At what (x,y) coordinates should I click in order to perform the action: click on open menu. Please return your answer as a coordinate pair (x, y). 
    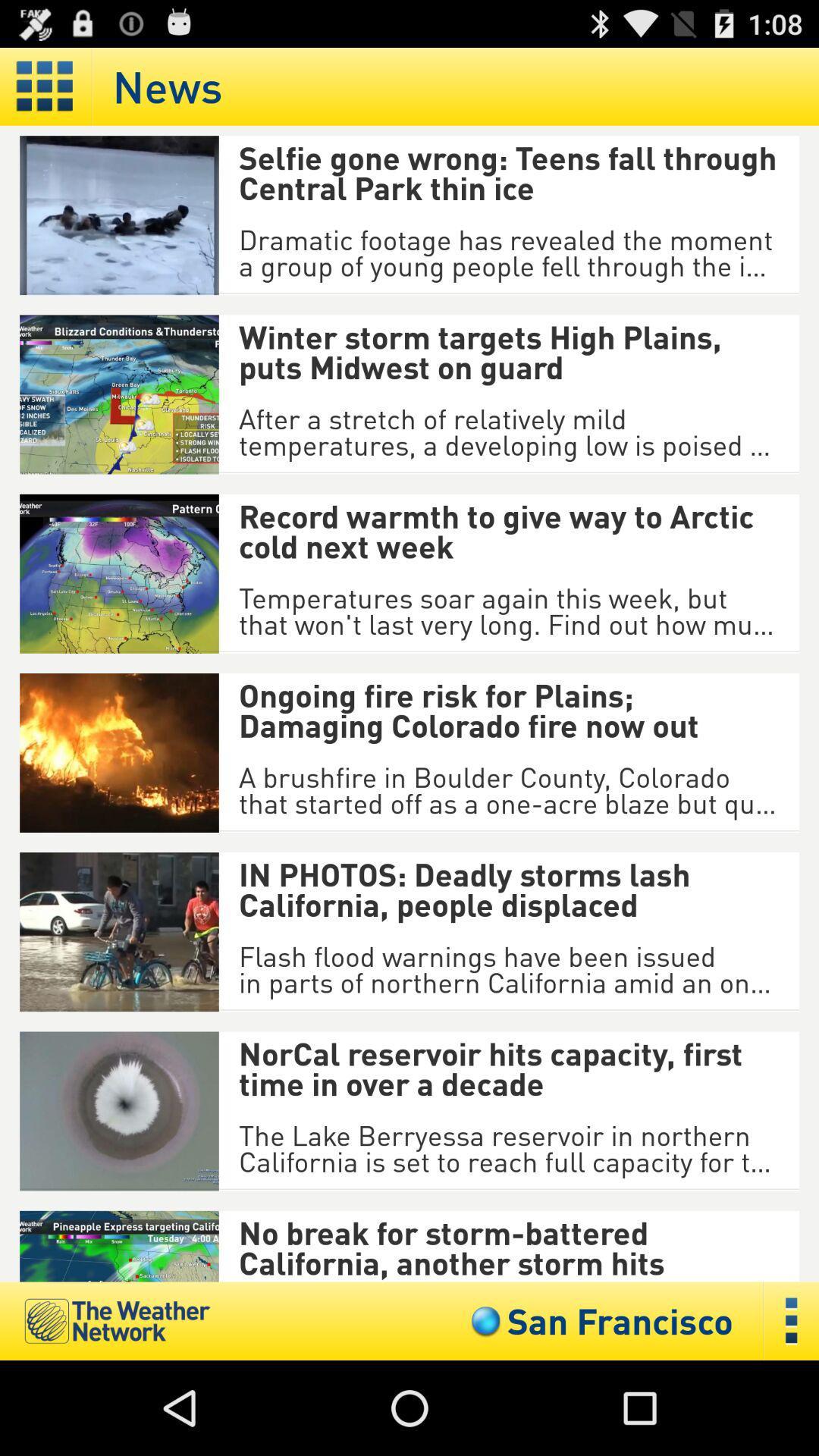
    Looking at the image, I should click on (45, 86).